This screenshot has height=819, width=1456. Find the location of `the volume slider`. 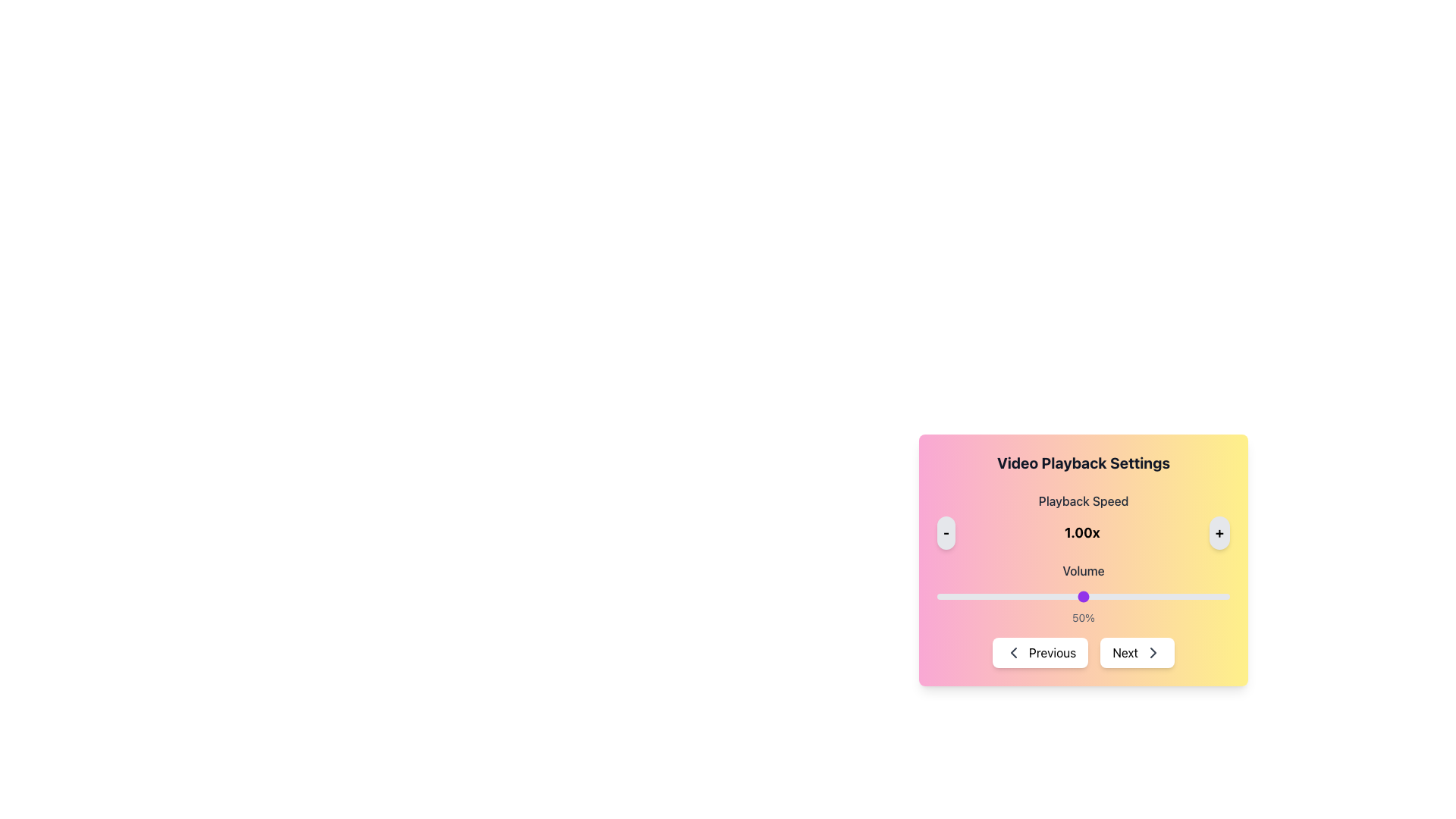

the volume slider is located at coordinates (1211, 595).